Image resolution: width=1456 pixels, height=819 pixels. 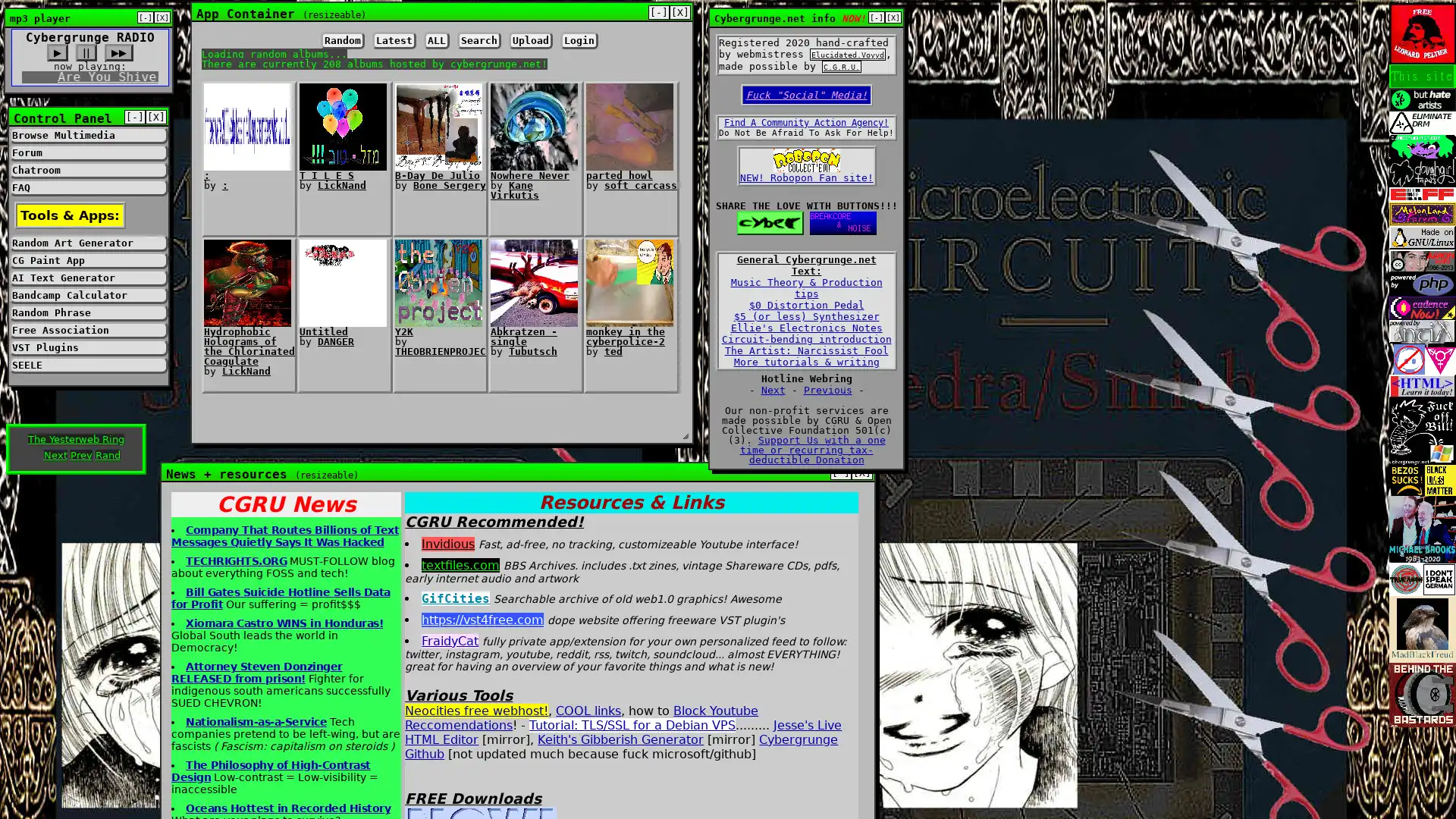 I want to click on [X], so click(x=893, y=17).